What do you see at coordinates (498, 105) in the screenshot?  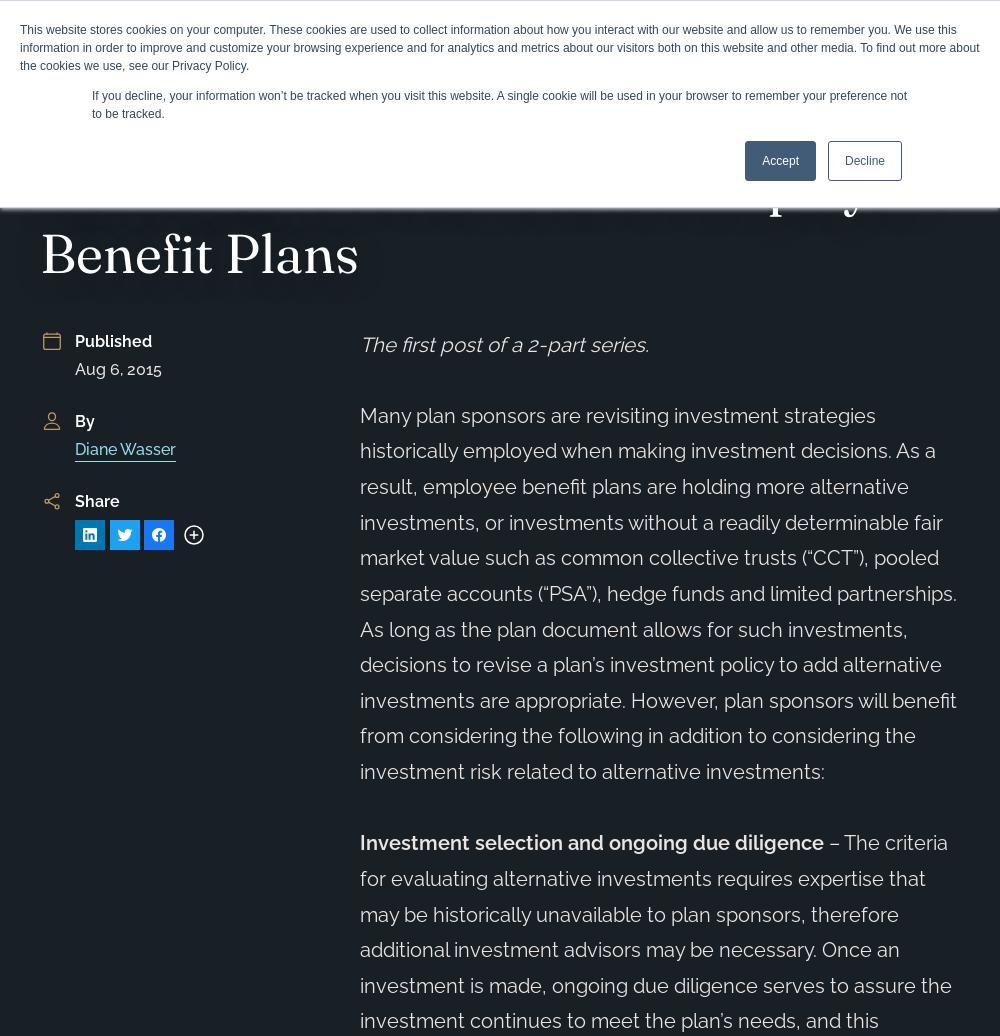 I see `'If you decline, your information won’t be tracked when you visit this website. A single cookie will be used in your browser to remember your preference not to be tracked.'` at bounding box center [498, 105].